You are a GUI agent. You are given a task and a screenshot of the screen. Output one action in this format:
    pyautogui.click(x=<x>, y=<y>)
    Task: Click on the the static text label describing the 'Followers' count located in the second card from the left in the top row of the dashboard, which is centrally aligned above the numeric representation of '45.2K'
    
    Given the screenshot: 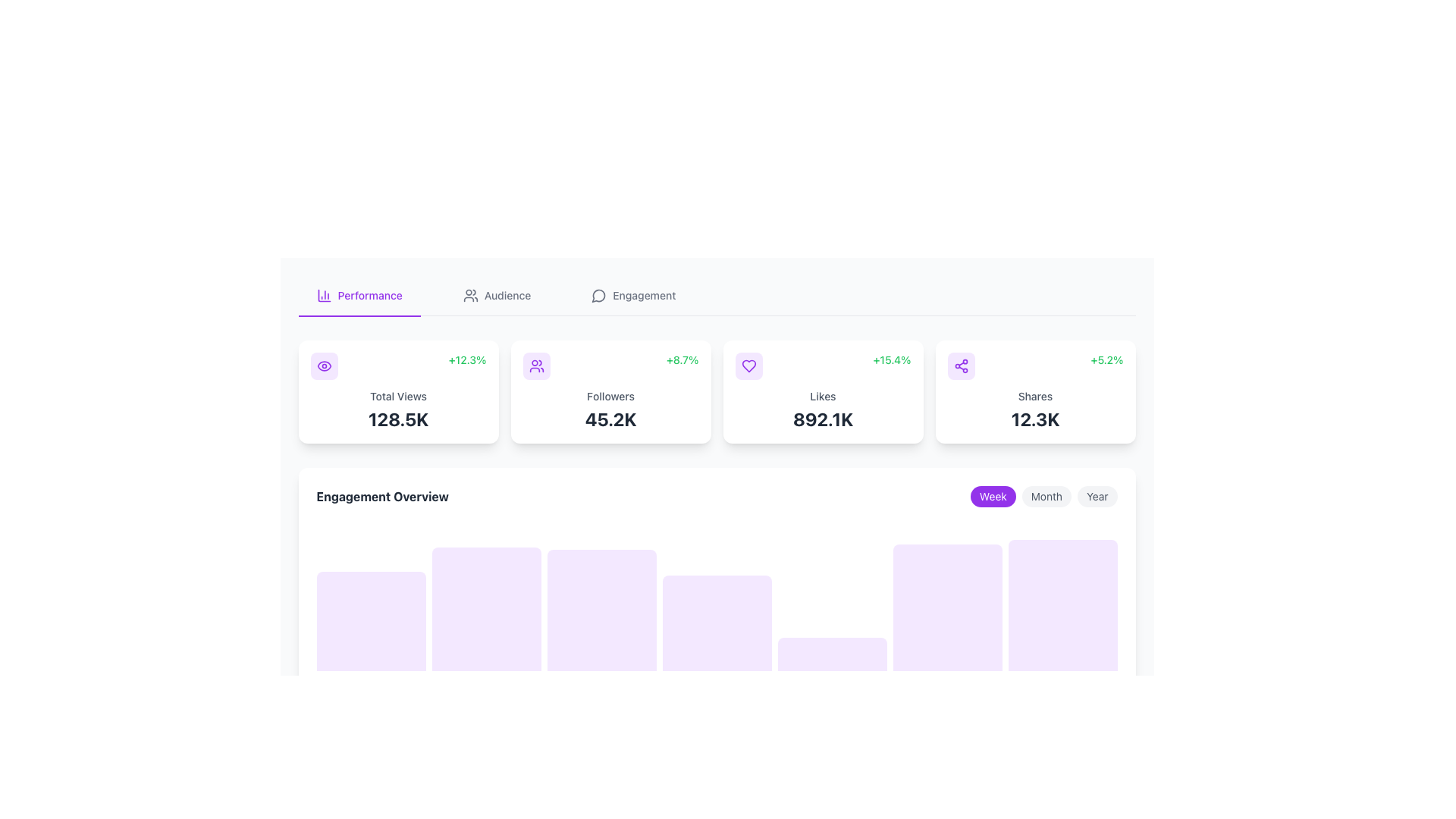 What is the action you would take?
    pyautogui.click(x=610, y=396)
    